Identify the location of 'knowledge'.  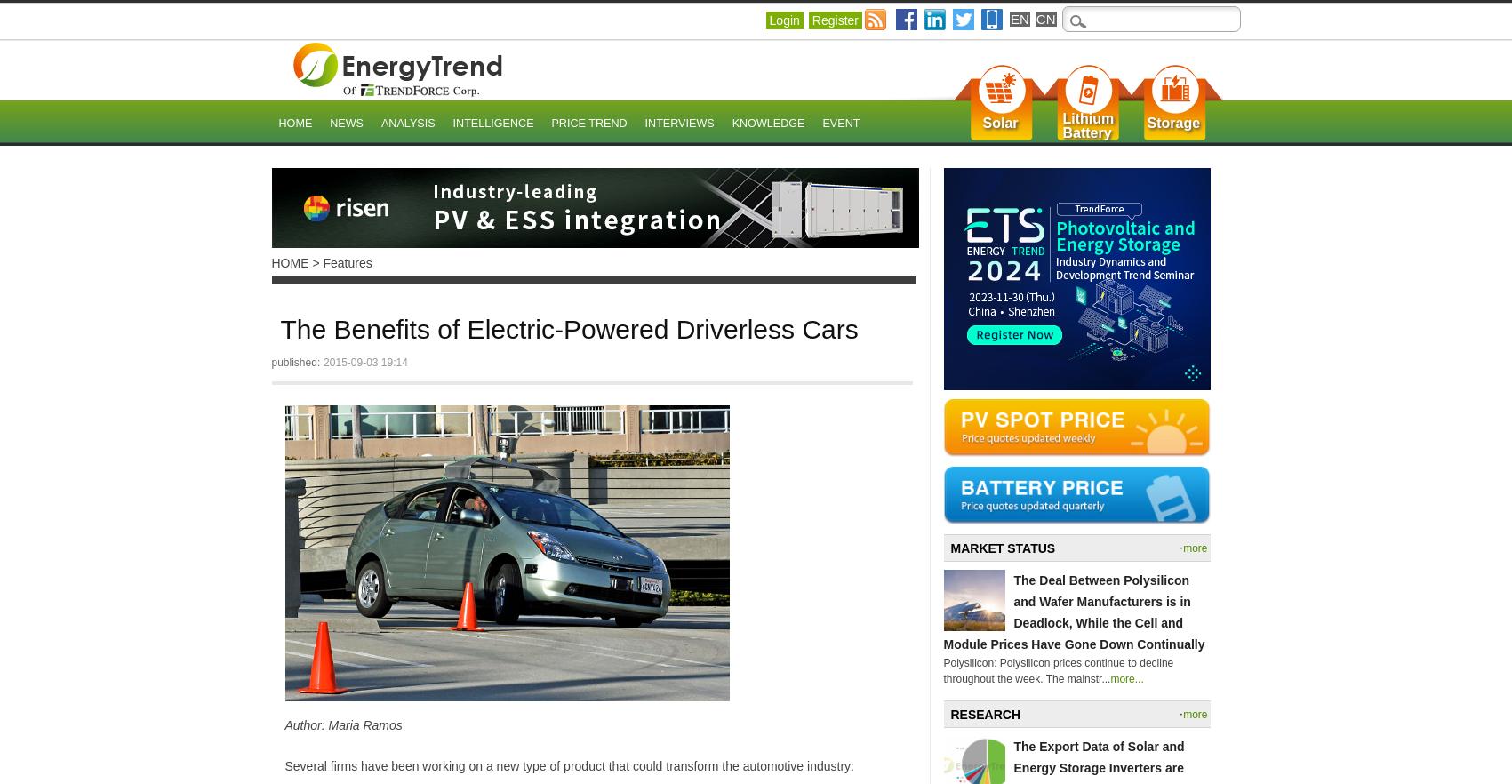
(766, 124).